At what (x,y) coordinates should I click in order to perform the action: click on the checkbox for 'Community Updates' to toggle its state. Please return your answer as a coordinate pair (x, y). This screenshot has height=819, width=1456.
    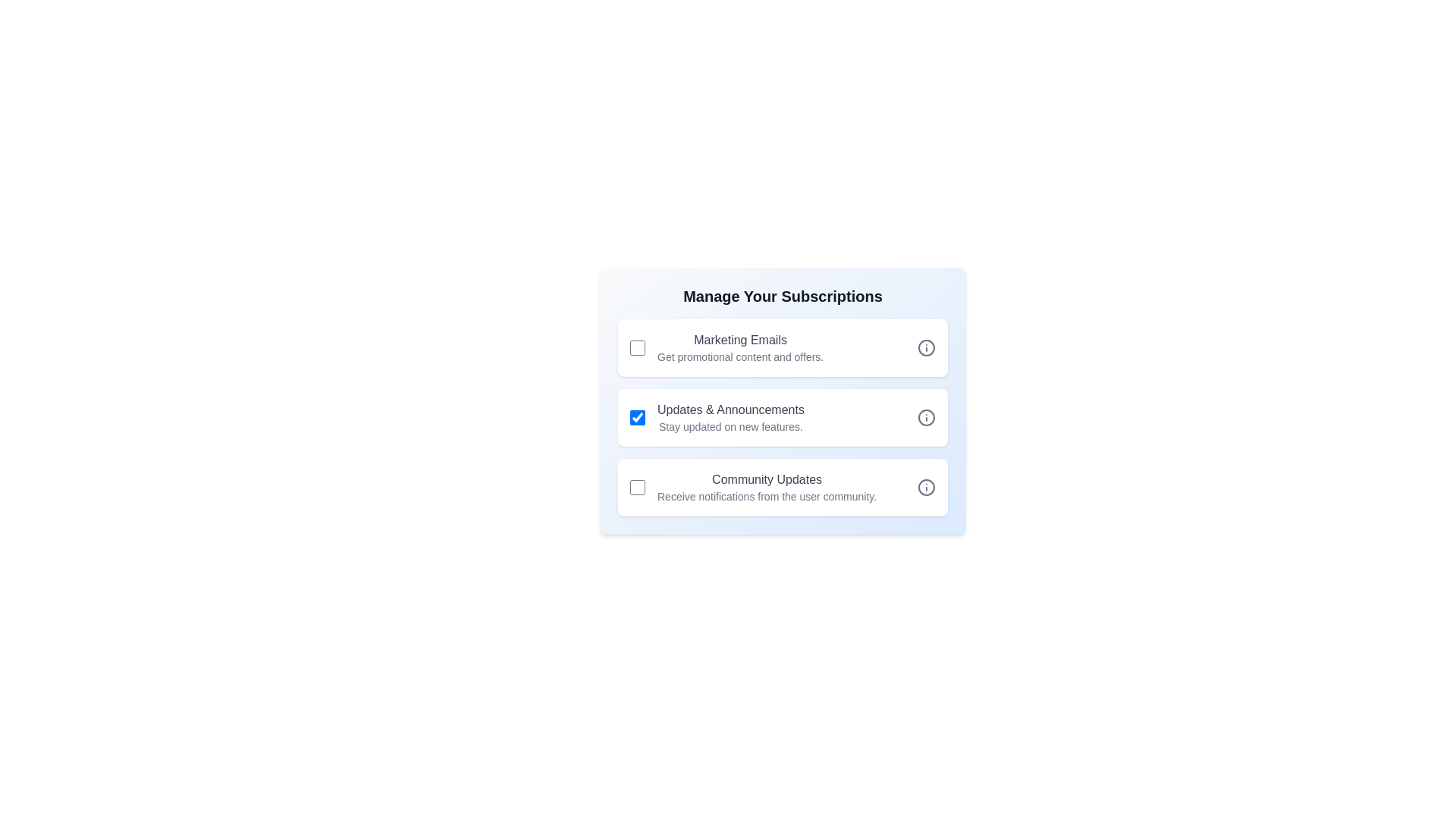
    Looking at the image, I should click on (637, 488).